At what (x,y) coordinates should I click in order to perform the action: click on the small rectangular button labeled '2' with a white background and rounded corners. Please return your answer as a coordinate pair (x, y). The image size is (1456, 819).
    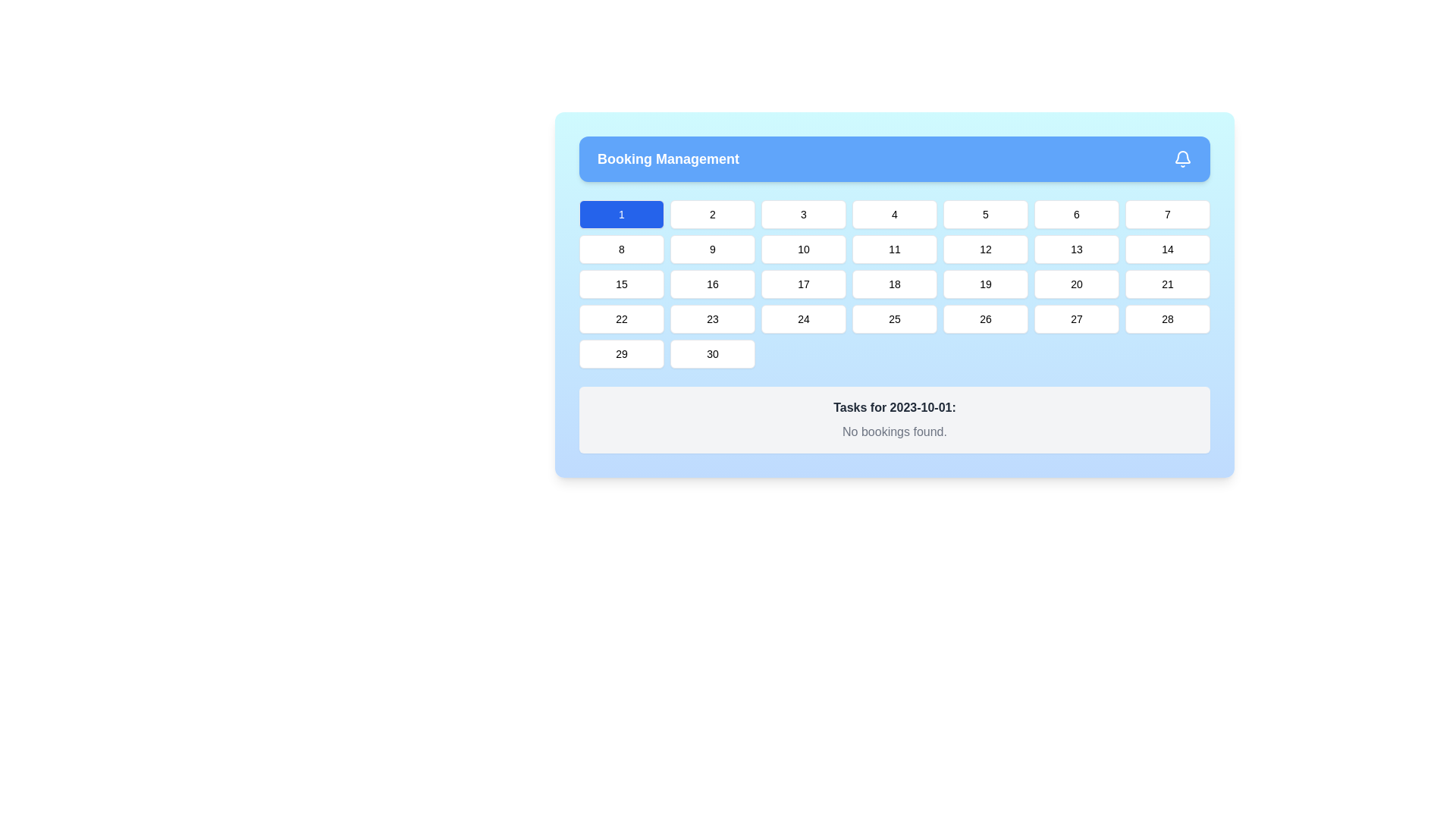
    Looking at the image, I should click on (712, 214).